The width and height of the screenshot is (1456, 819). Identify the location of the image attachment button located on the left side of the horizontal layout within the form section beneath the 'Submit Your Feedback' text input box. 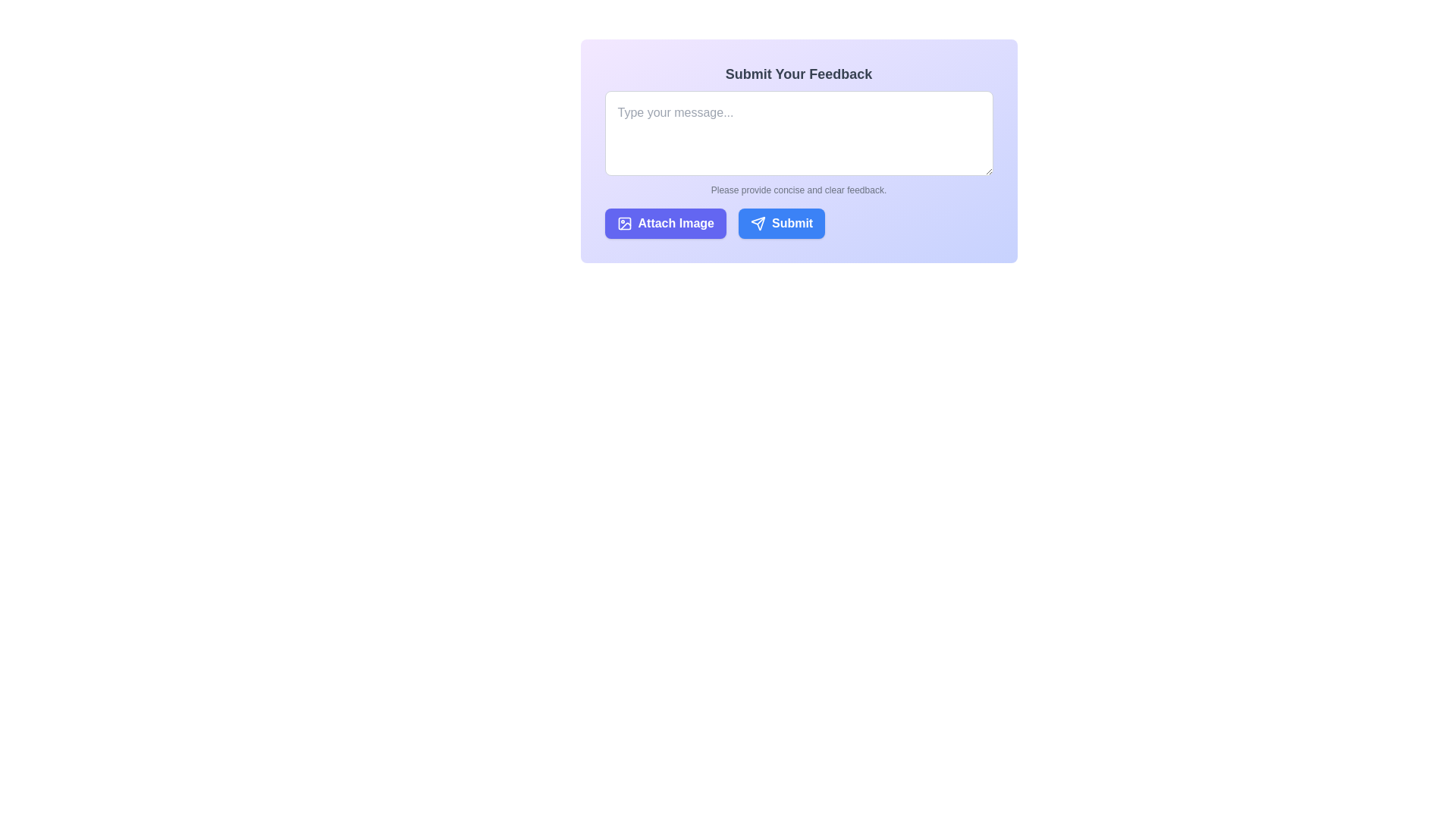
(665, 223).